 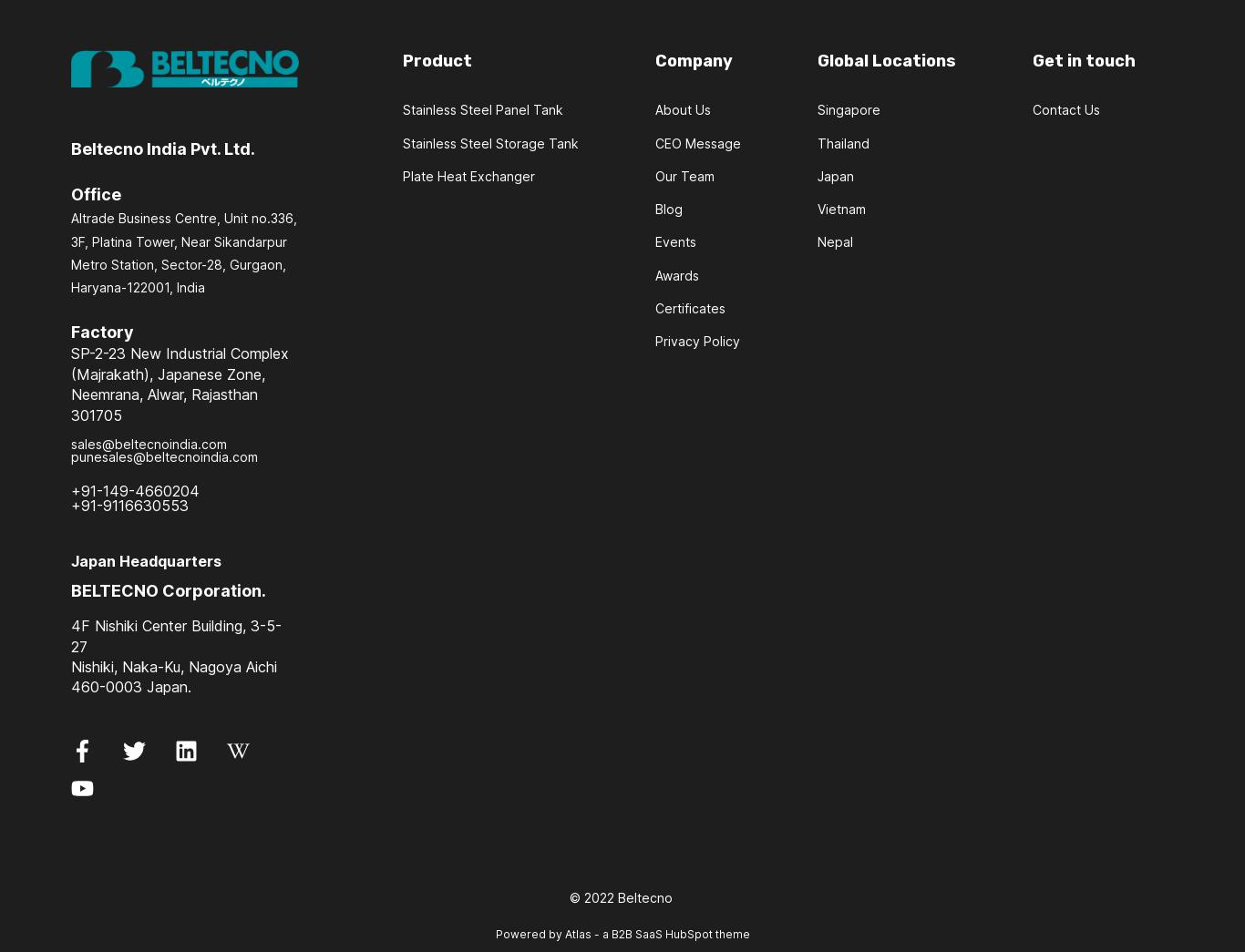 I want to click on 'Altrade Business Centre, Unit no.336, 3F, Platina Tower, Near Sikandarpur Metro Station, Sector-28, Gurgaon, Haryana-122001, India', so click(x=70, y=251).